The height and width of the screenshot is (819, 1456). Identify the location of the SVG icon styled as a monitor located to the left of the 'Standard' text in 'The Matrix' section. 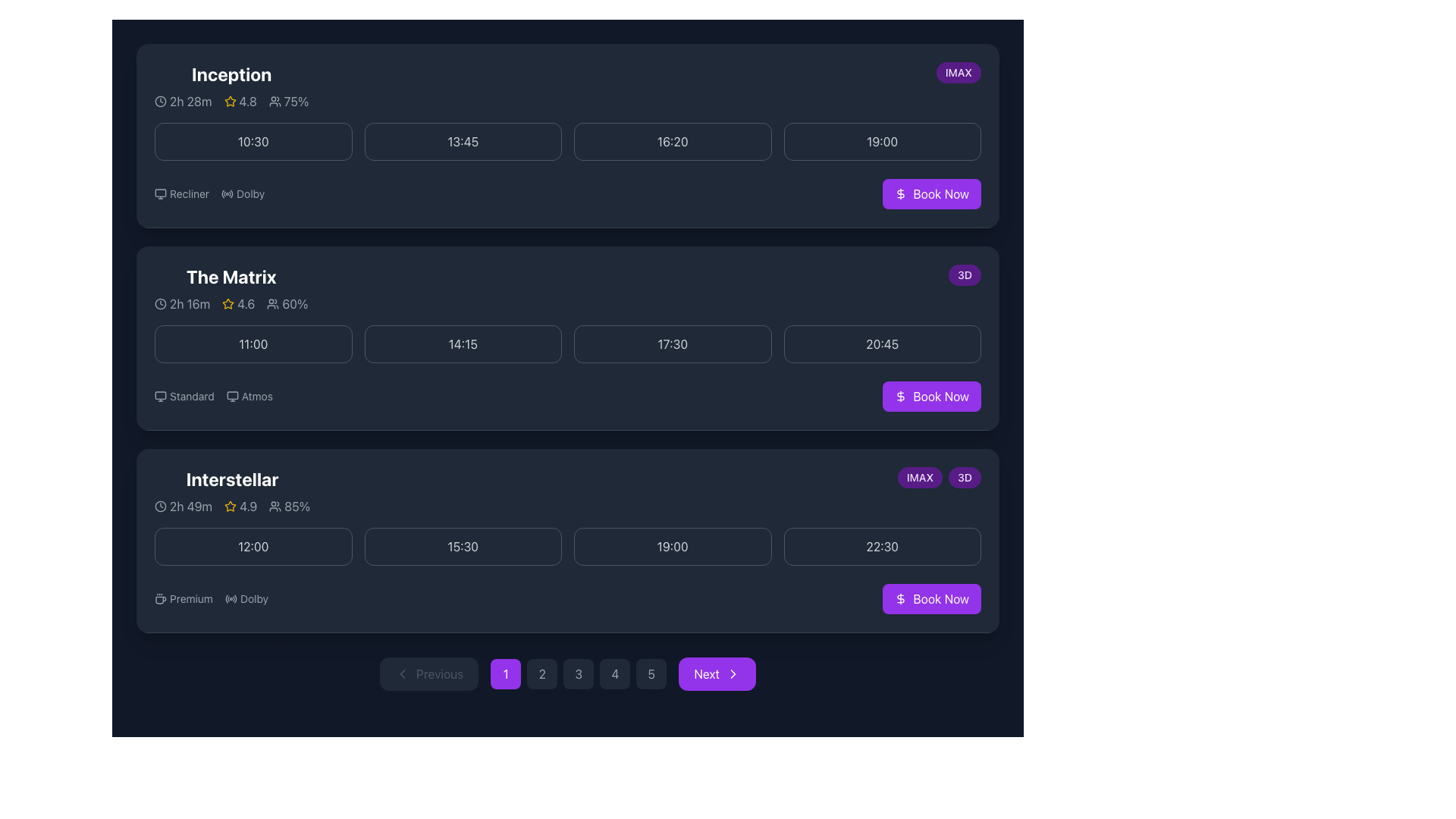
(160, 396).